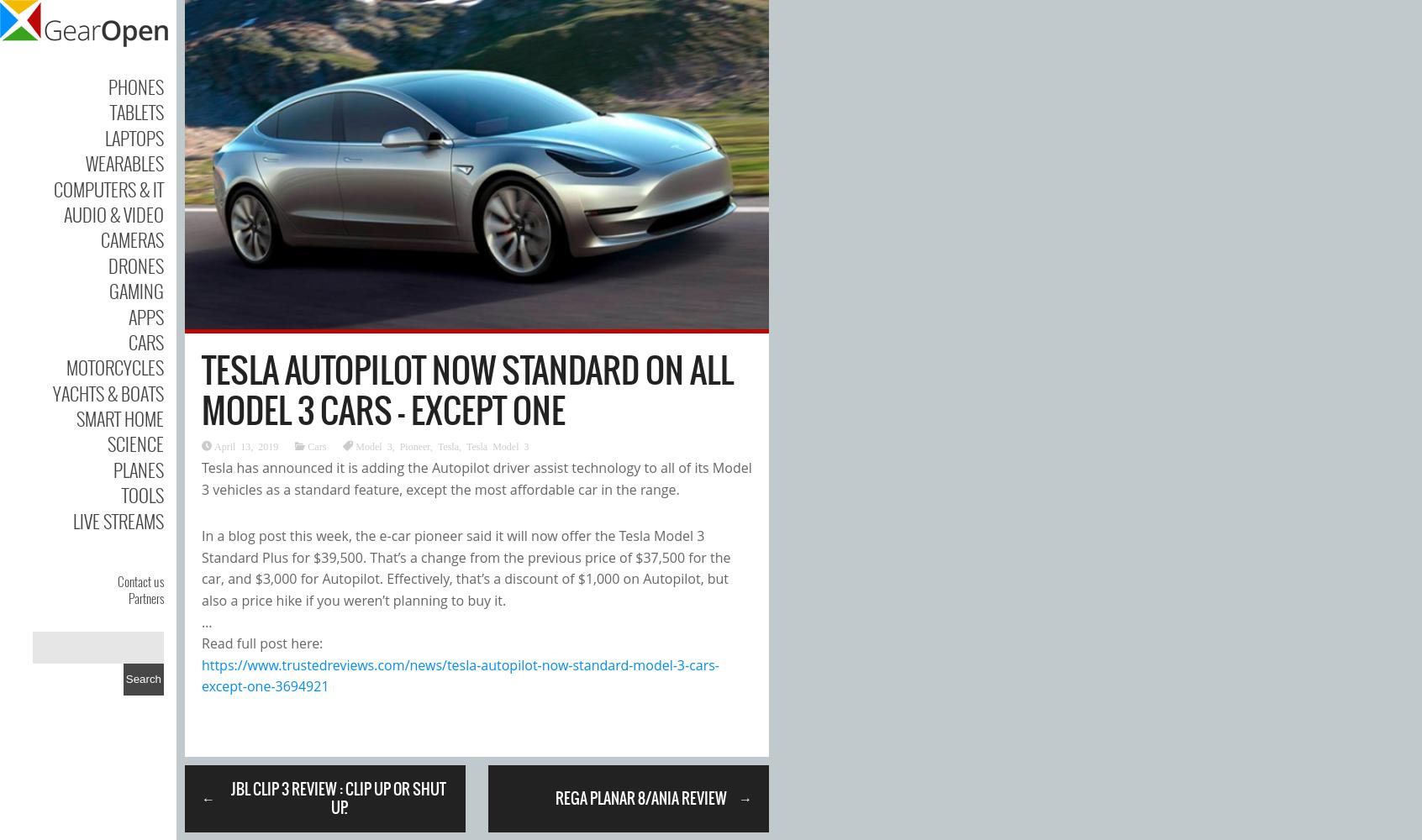 The width and height of the screenshot is (1422, 840). What do you see at coordinates (118, 519) in the screenshot?
I see `'Live Streams'` at bounding box center [118, 519].